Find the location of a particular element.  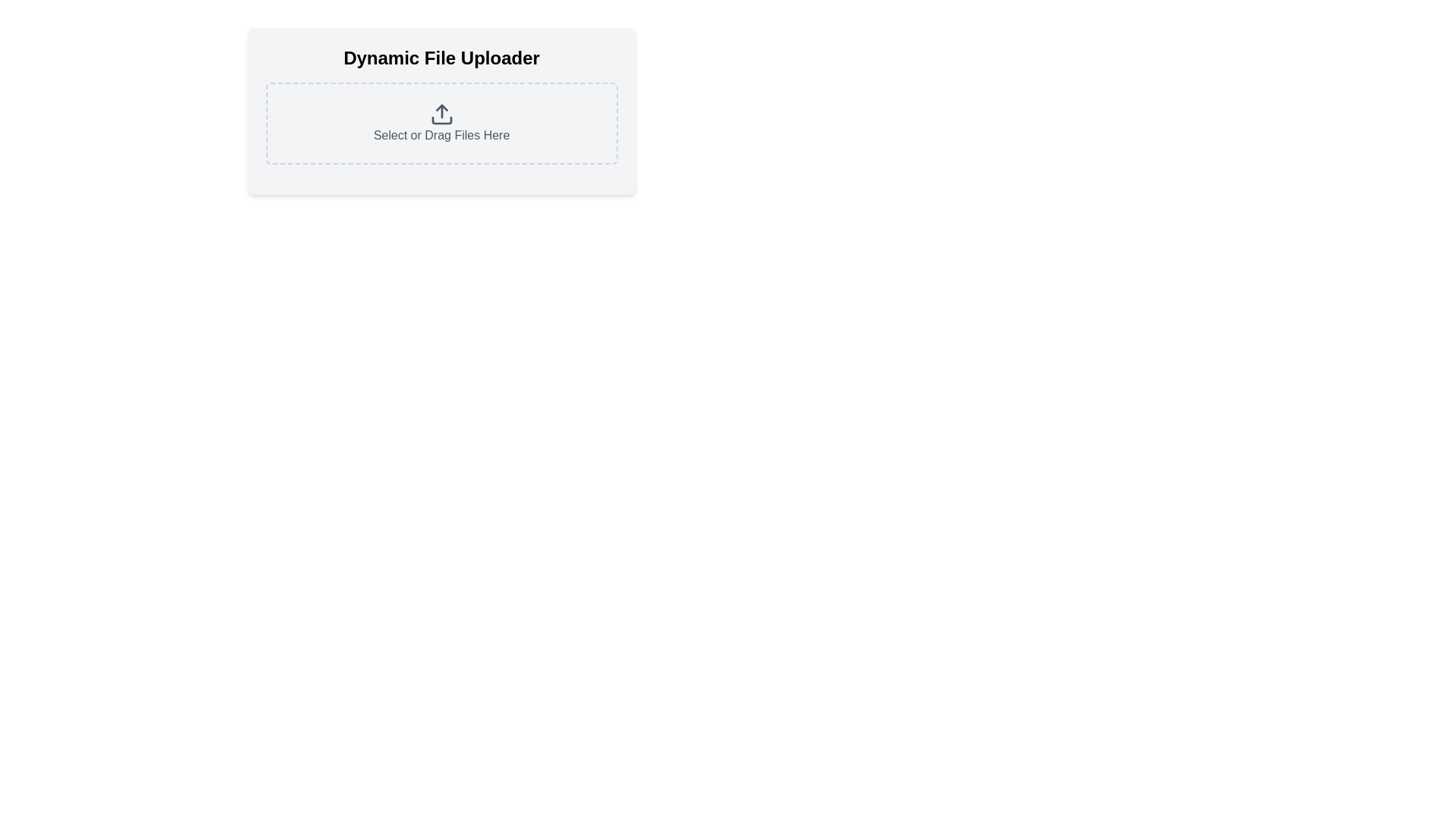

the File upload area labeled 'Select or Drag Files Here' is located at coordinates (441, 122).